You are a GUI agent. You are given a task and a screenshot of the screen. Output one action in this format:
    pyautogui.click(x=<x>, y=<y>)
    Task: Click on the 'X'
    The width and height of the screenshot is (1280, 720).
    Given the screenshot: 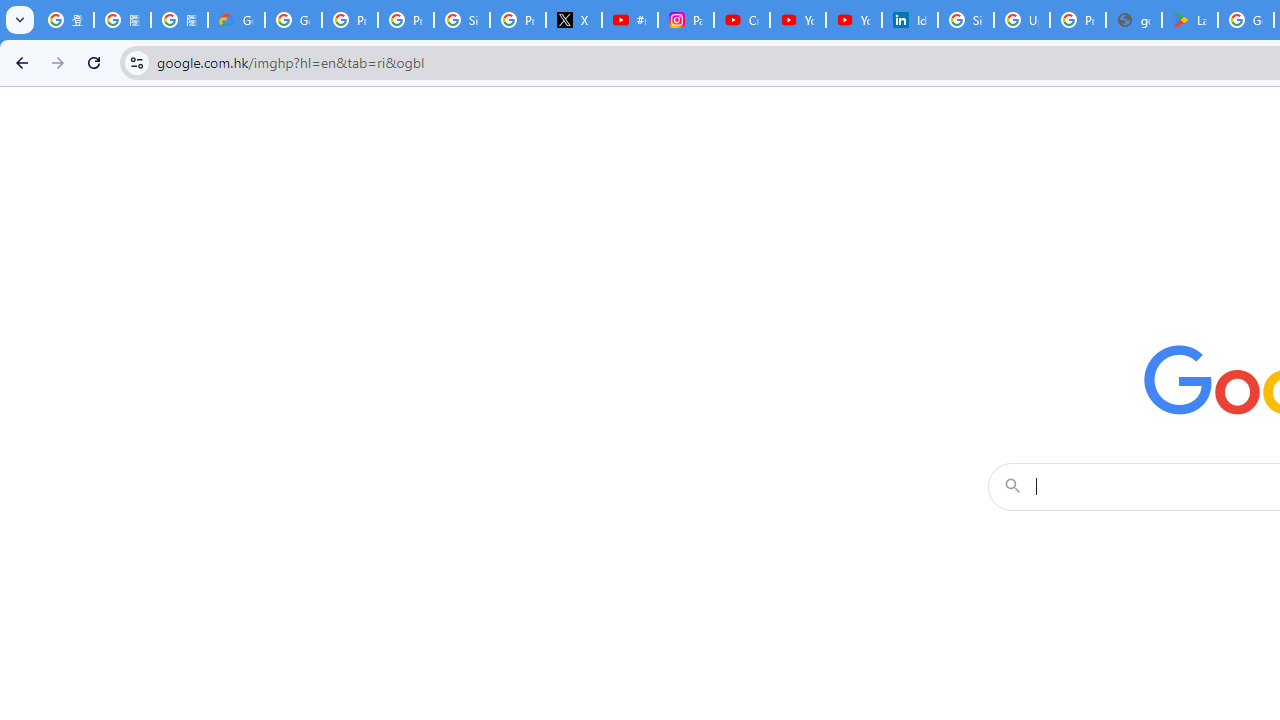 What is the action you would take?
    pyautogui.click(x=573, y=20)
    